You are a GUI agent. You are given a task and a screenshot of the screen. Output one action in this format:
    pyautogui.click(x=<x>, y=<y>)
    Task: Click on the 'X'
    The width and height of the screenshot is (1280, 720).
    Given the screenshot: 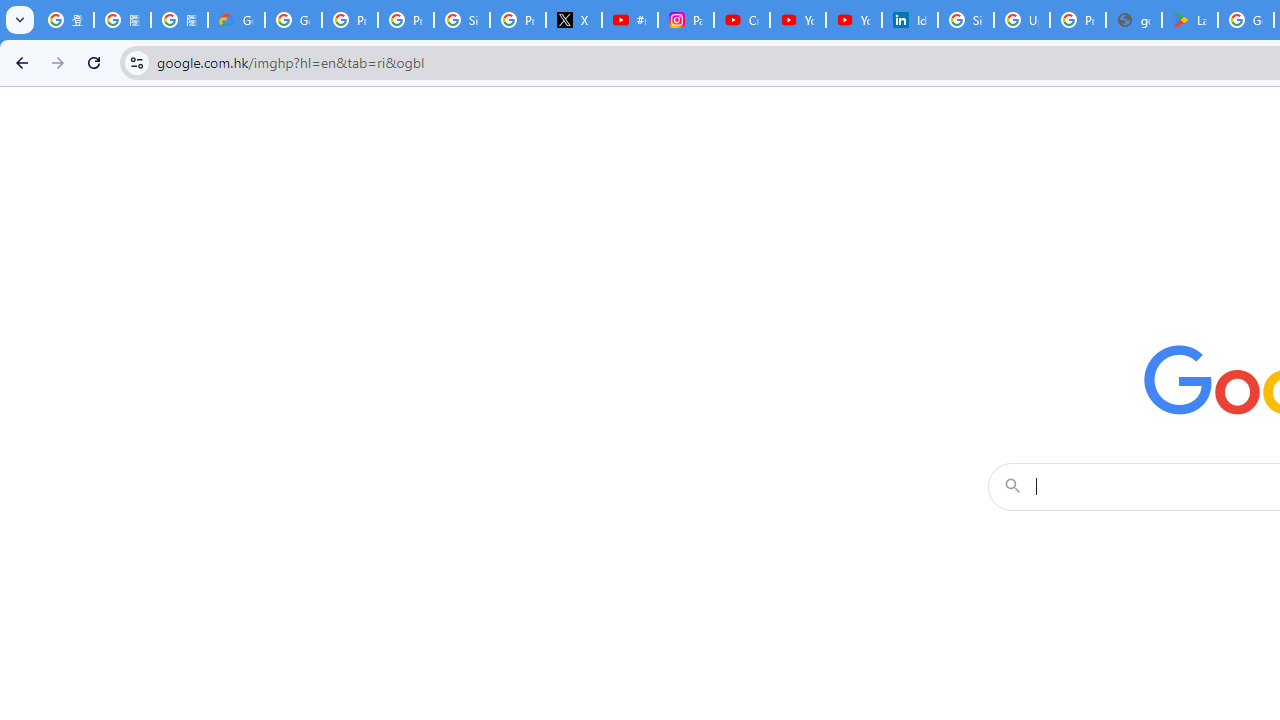 What is the action you would take?
    pyautogui.click(x=573, y=20)
    